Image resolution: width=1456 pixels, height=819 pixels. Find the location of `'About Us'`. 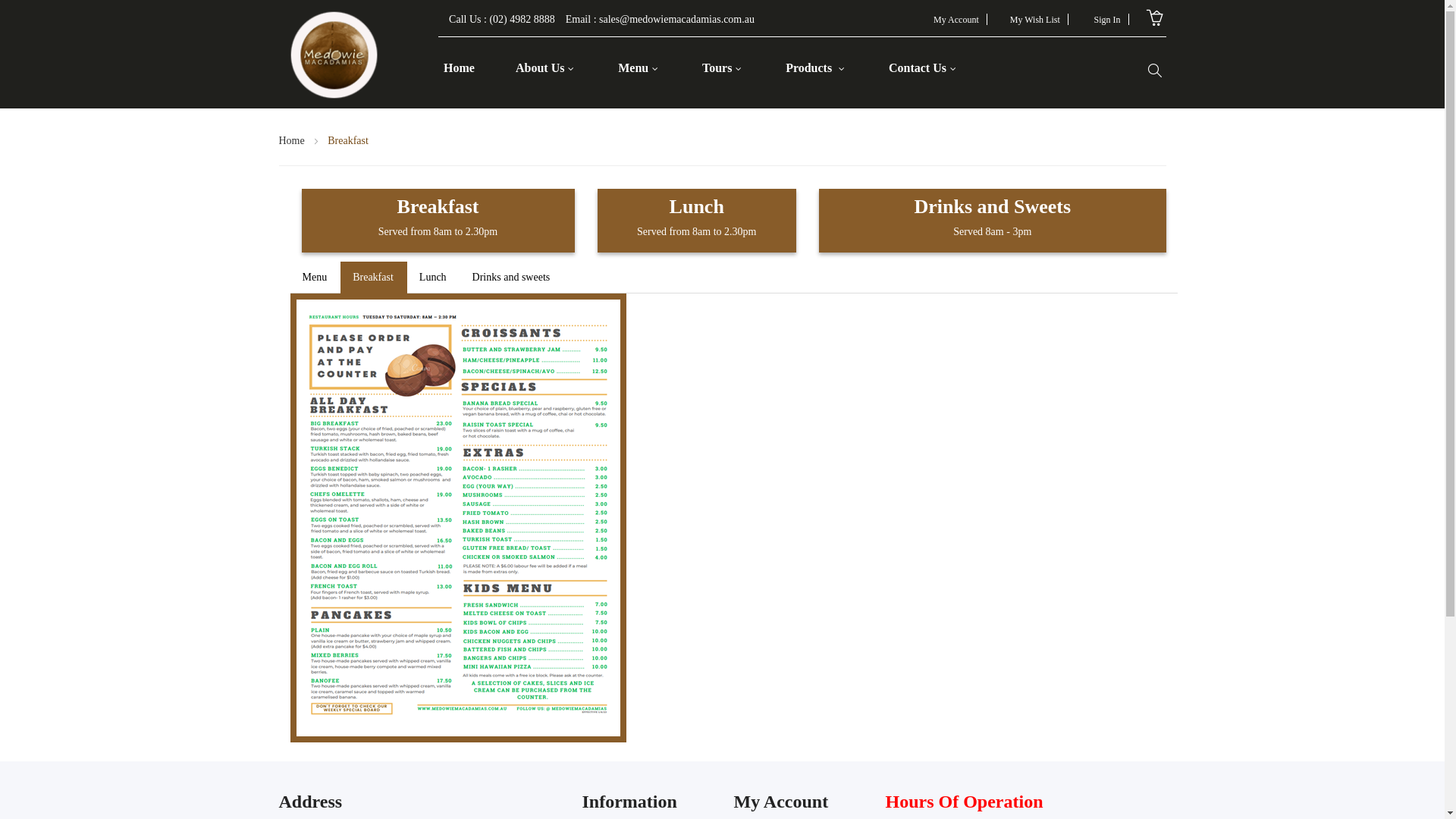

'About Us' is located at coordinates (544, 67).